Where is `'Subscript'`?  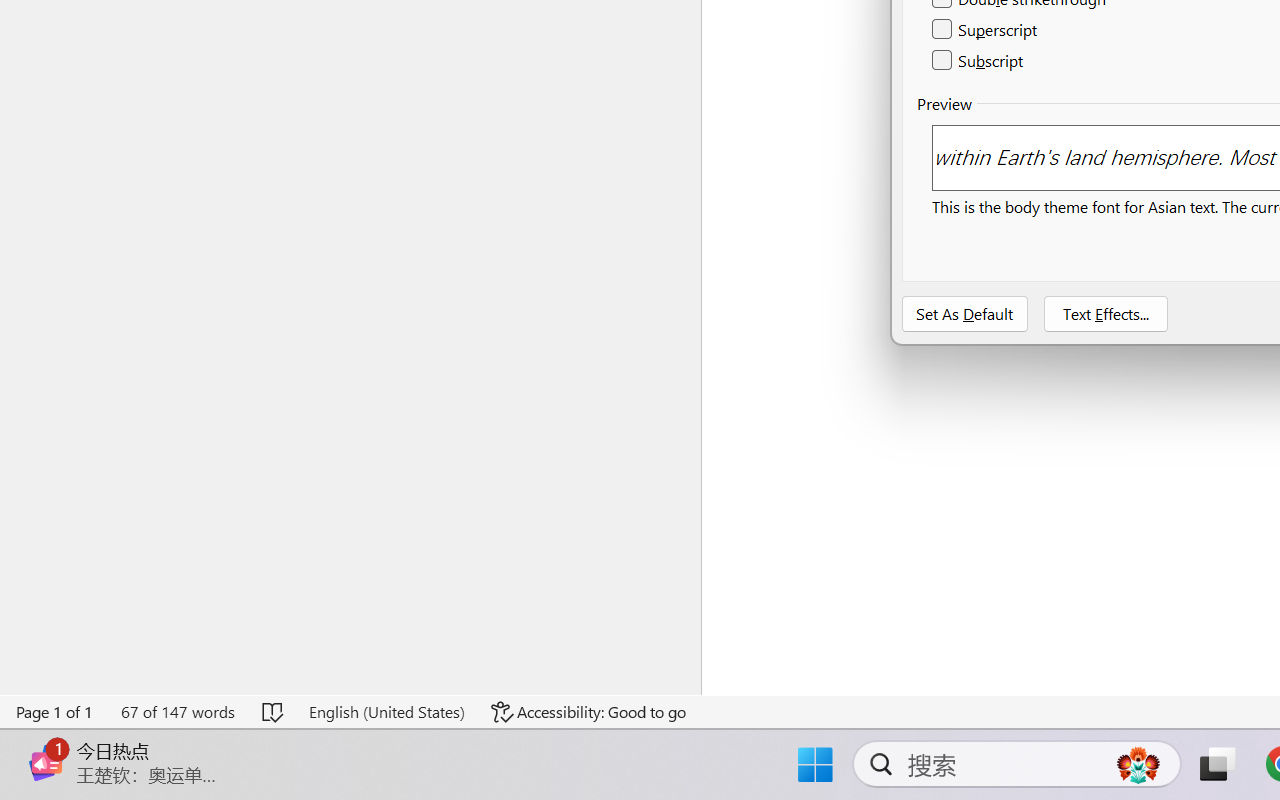
'Subscript' is located at coordinates (979, 59).